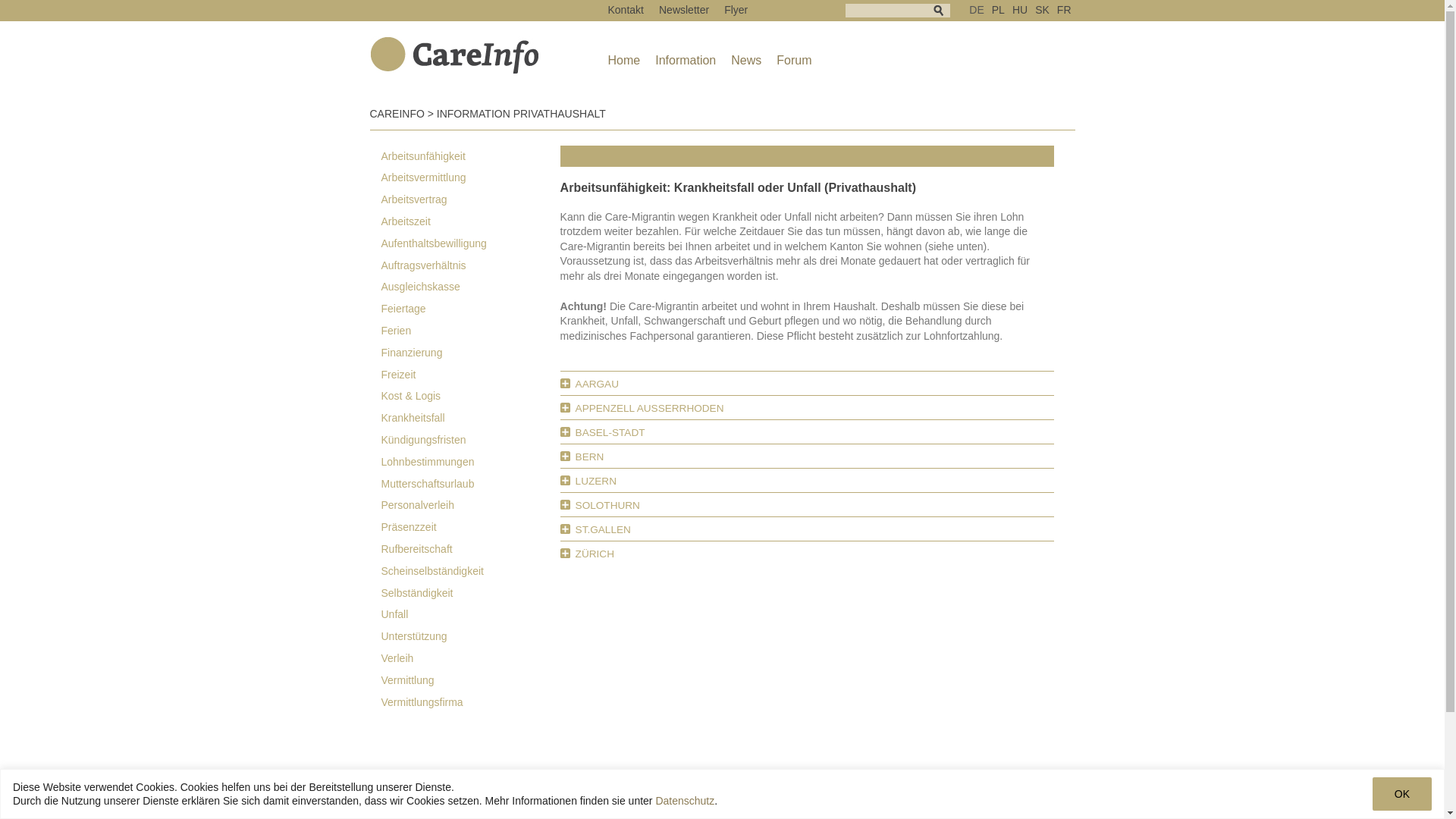 The width and height of the screenshot is (1456, 819). Describe the element at coordinates (792, 59) in the screenshot. I see `'Forum'` at that location.